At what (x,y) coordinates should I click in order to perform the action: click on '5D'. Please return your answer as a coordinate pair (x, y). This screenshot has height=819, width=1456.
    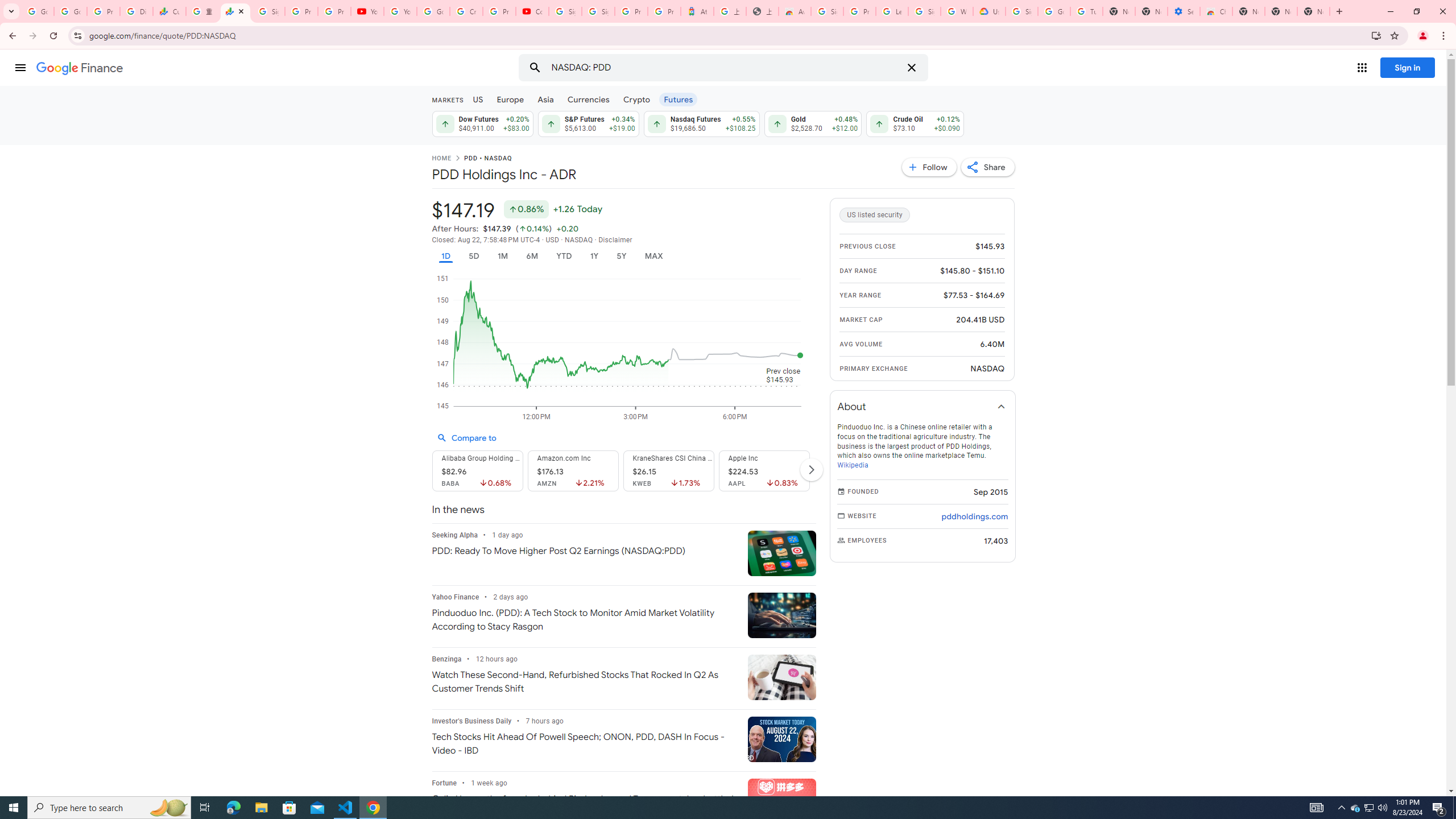
    Looking at the image, I should click on (473, 255).